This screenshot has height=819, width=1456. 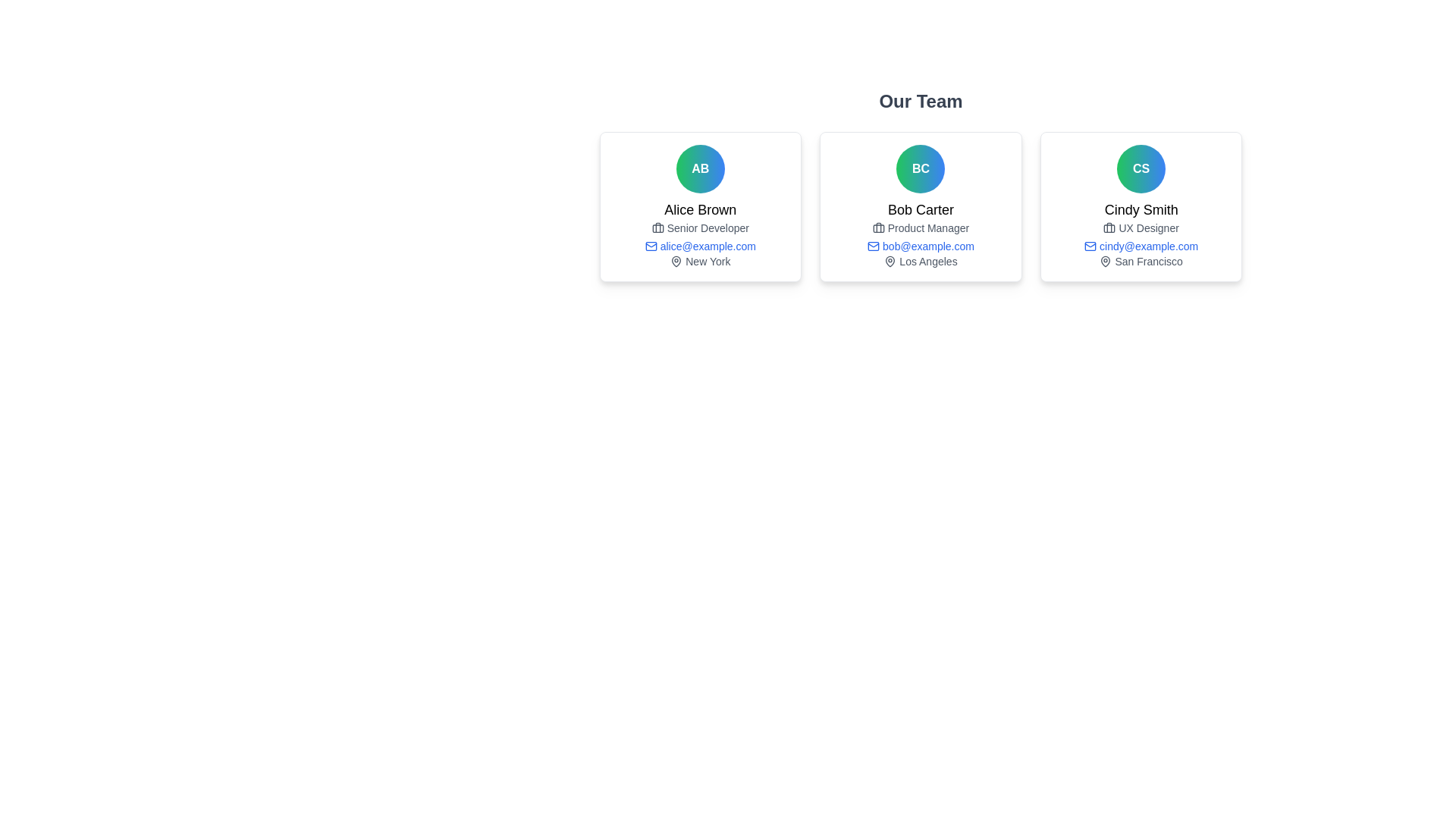 What do you see at coordinates (699, 169) in the screenshot?
I see `the circular Profile Badge with a gradient background and the initials 'AB', located at the top-center of the card containing the name 'Alice Brown'` at bounding box center [699, 169].